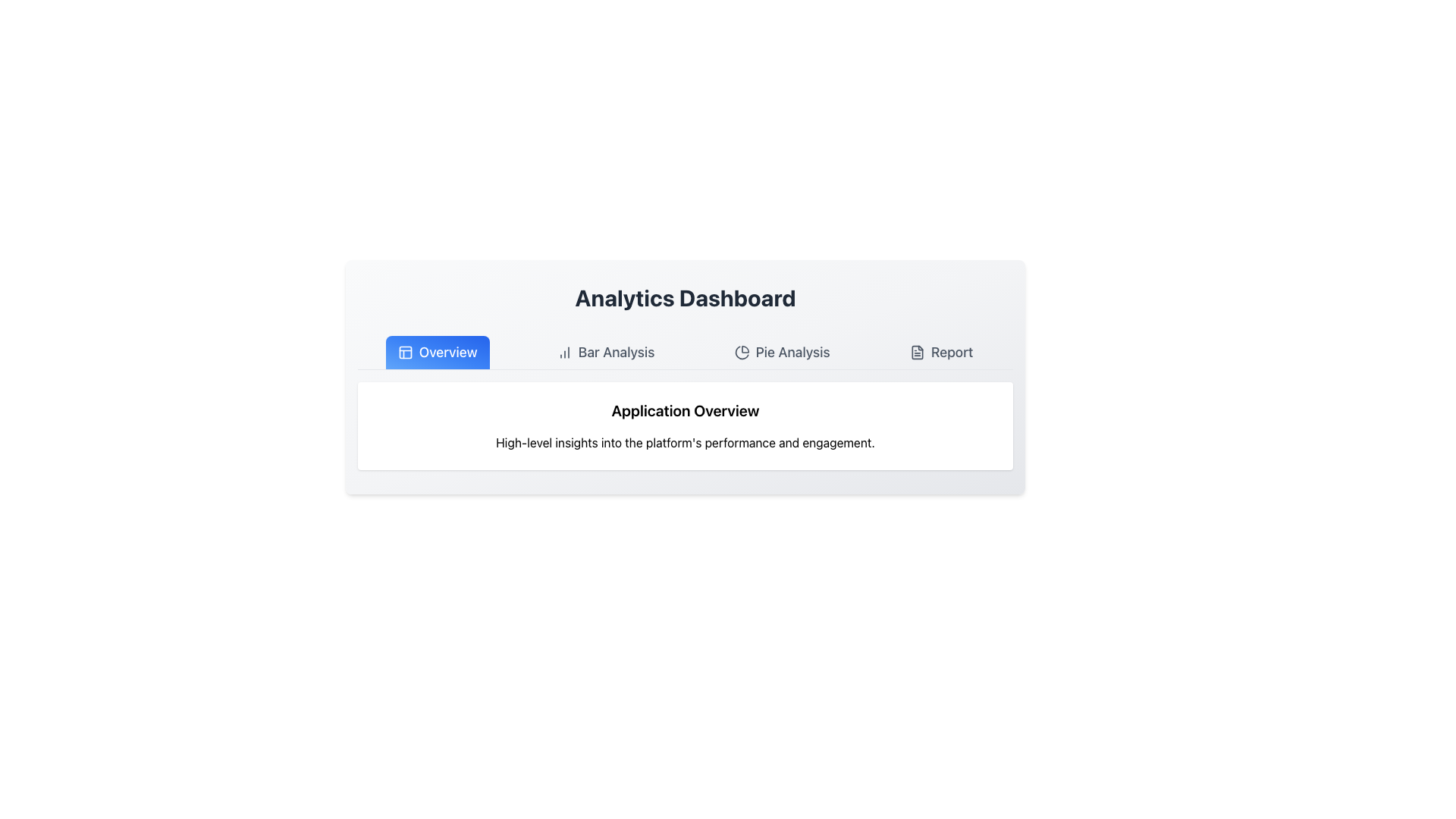 Image resolution: width=1456 pixels, height=819 pixels. Describe the element at coordinates (405, 353) in the screenshot. I see `the 'Overview' button, which is indicated by the icon representing a dashboard or summary view, located in the navigation bar below 'Analytics Dashboard'` at that location.